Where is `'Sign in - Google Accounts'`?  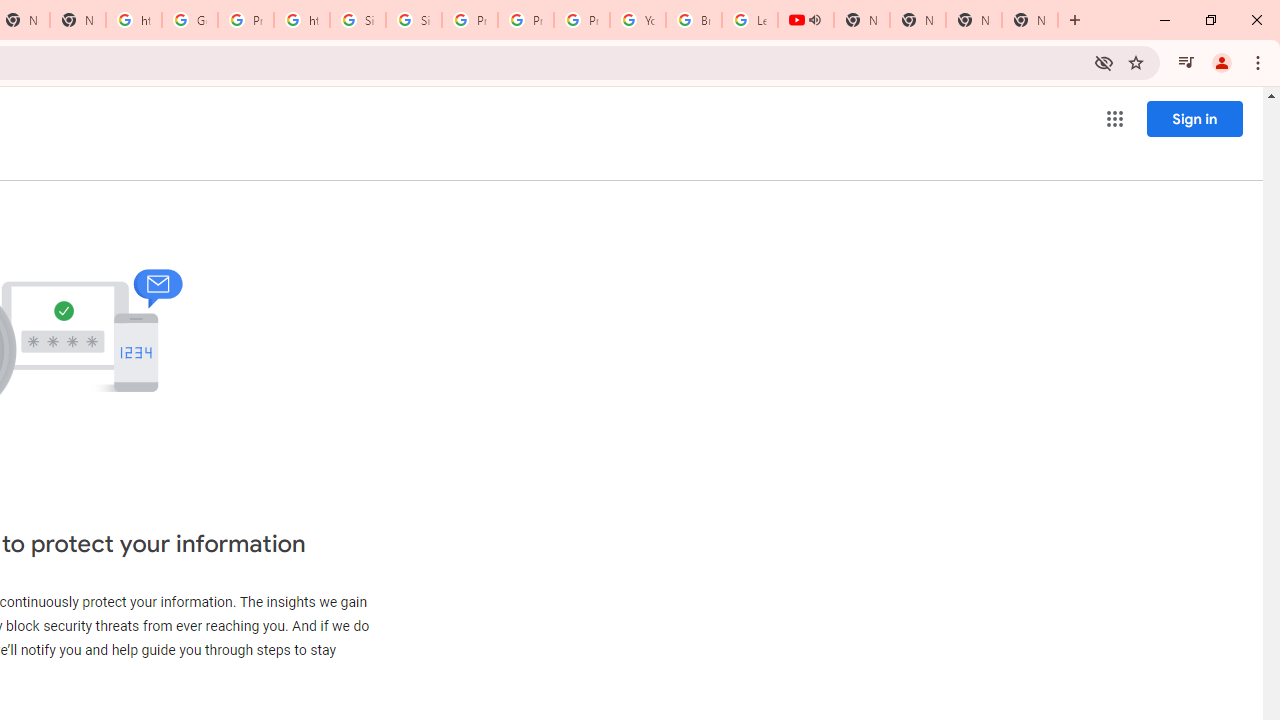
'Sign in - Google Accounts' is located at coordinates (358, 20).